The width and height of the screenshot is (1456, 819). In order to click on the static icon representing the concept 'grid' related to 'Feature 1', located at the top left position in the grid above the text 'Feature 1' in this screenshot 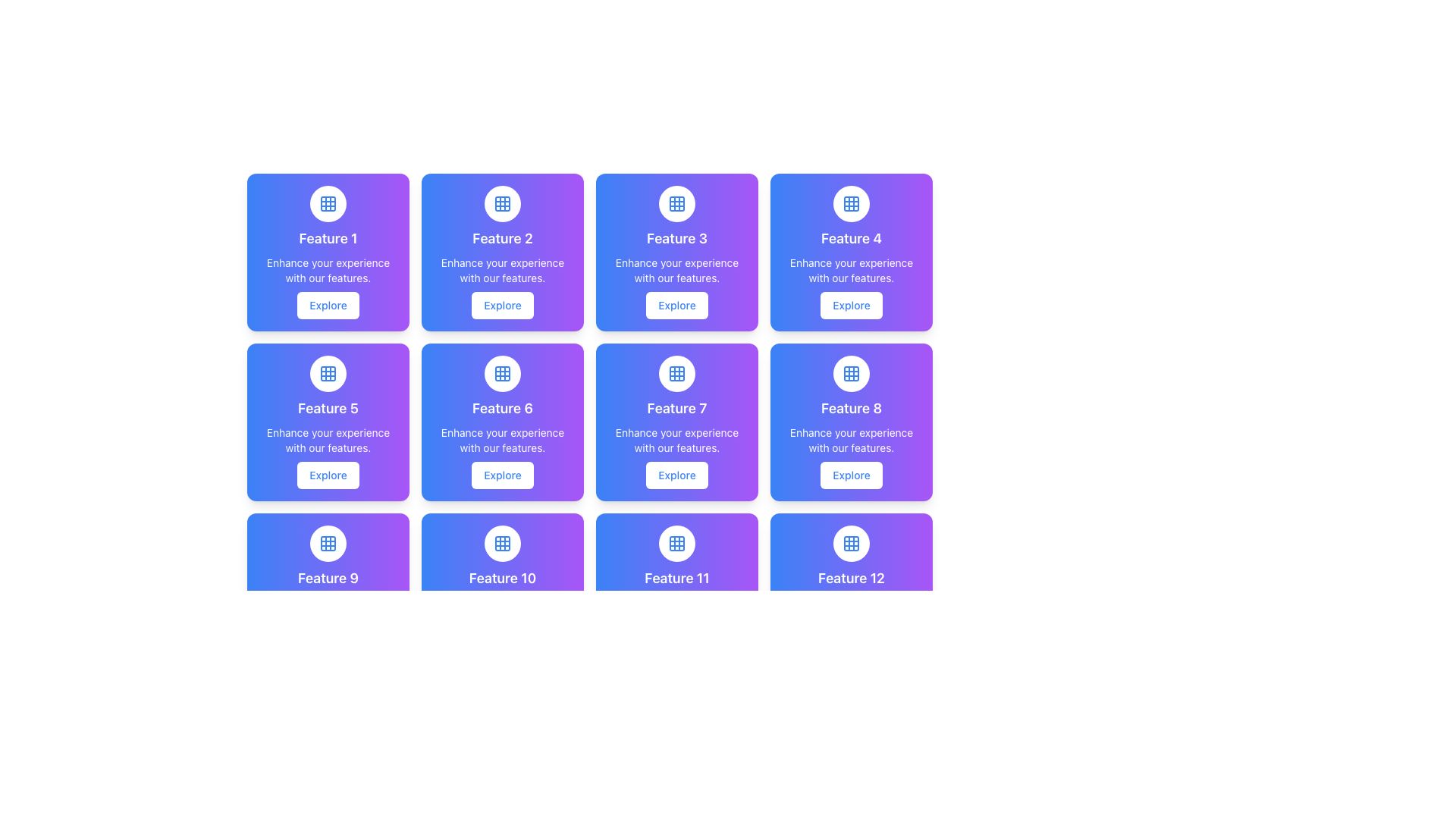, I will do `click(327, 203)`.